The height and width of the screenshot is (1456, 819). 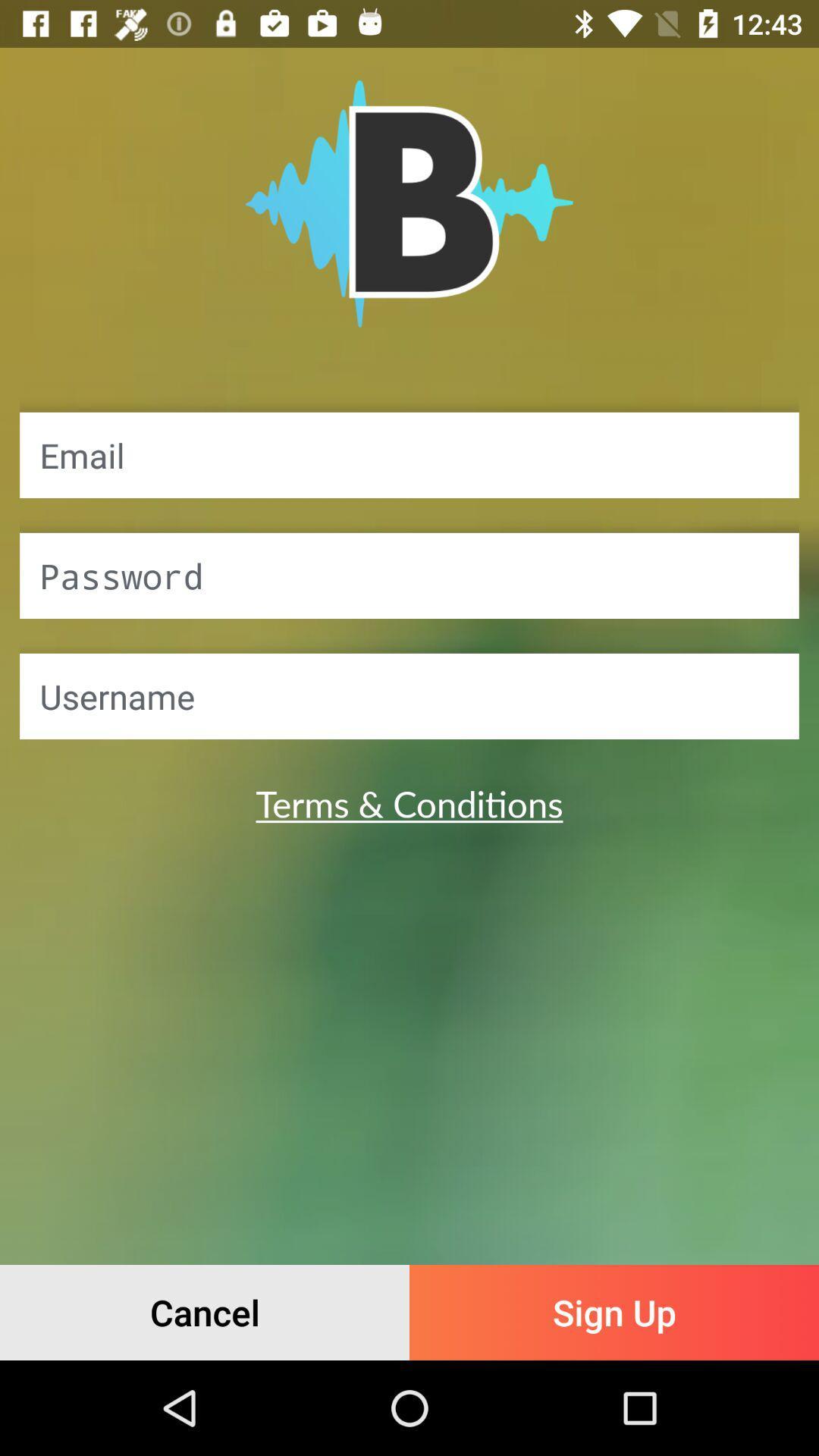 What do you see at coordinates (614, 1312) in the screenshot?
I see `icon to the right of the cancel item` at bounding box center [614, 1312].